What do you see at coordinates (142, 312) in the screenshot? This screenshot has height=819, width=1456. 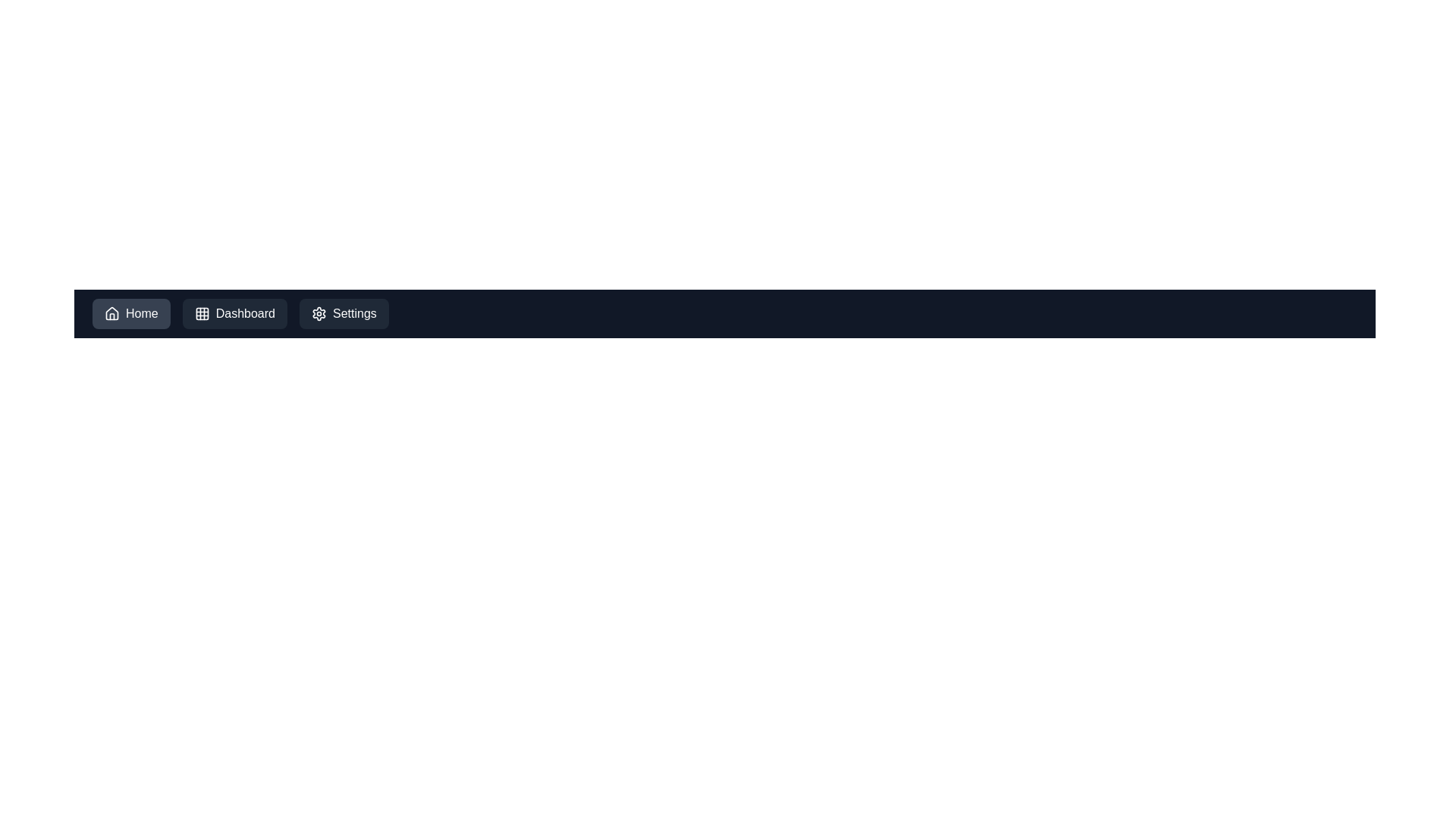 I see `the 'Home' text label, which is displayed in white text with a slightly bolded appearance, located to the right of the house icon in the first button of the horizontal navigation bar` at bounding box center [142, 312].